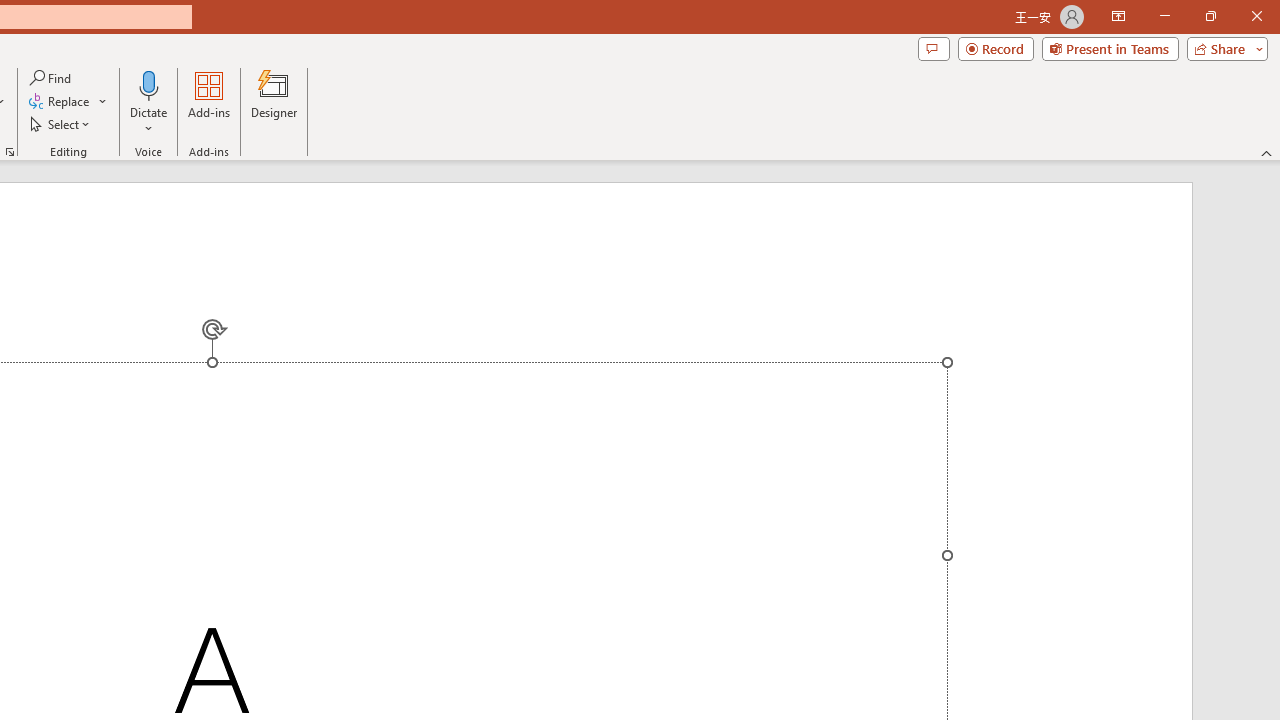  I want to click on 'Restore Down', so click(1209, 16).